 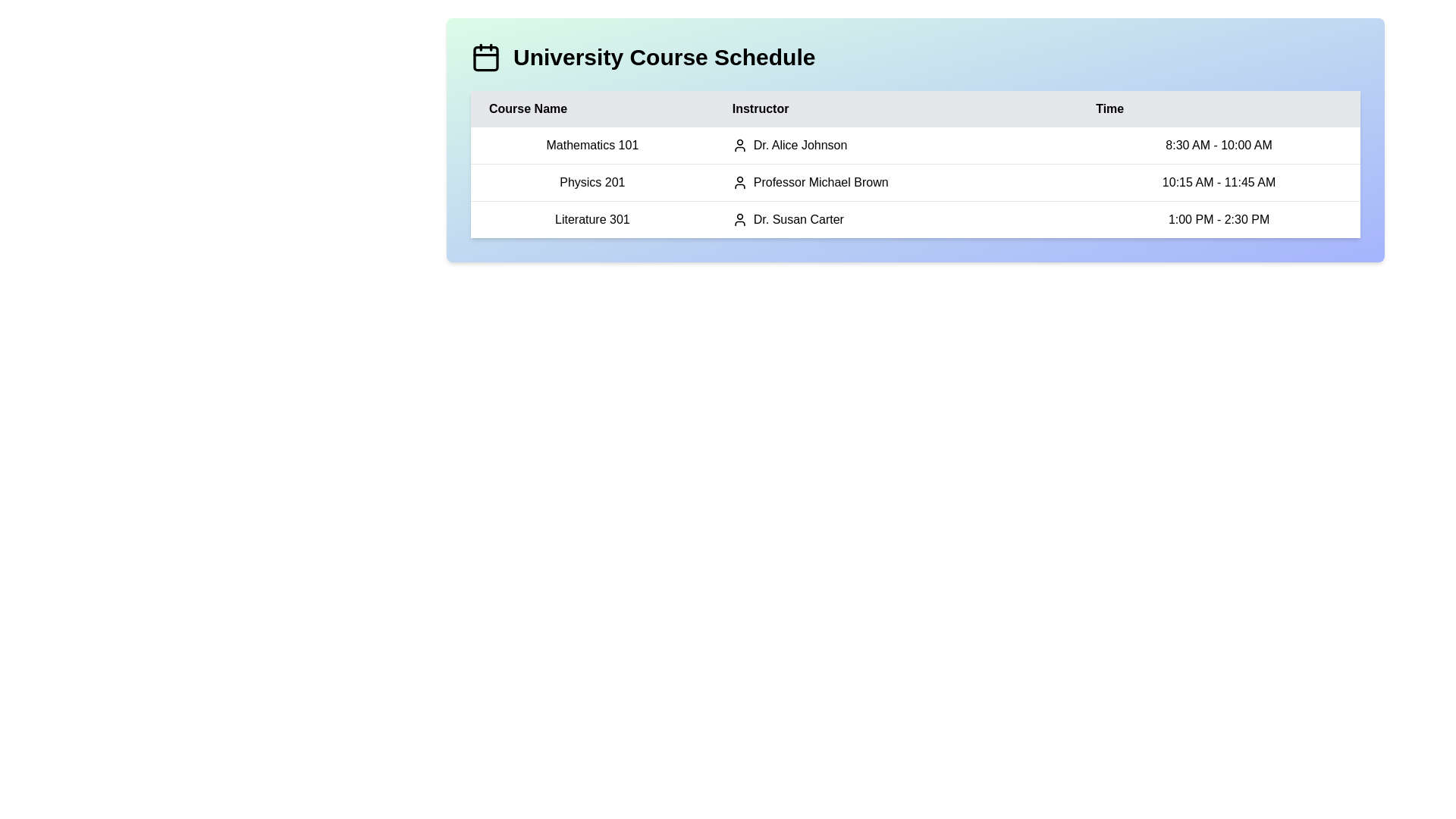 What do you see at coordinates (486, 58) in the screenshot?
I see `the calendar icon located in the top-left corner of the course schedule card, which visually represents the inner part of a calendar icon` at bounding box center [486, 58].